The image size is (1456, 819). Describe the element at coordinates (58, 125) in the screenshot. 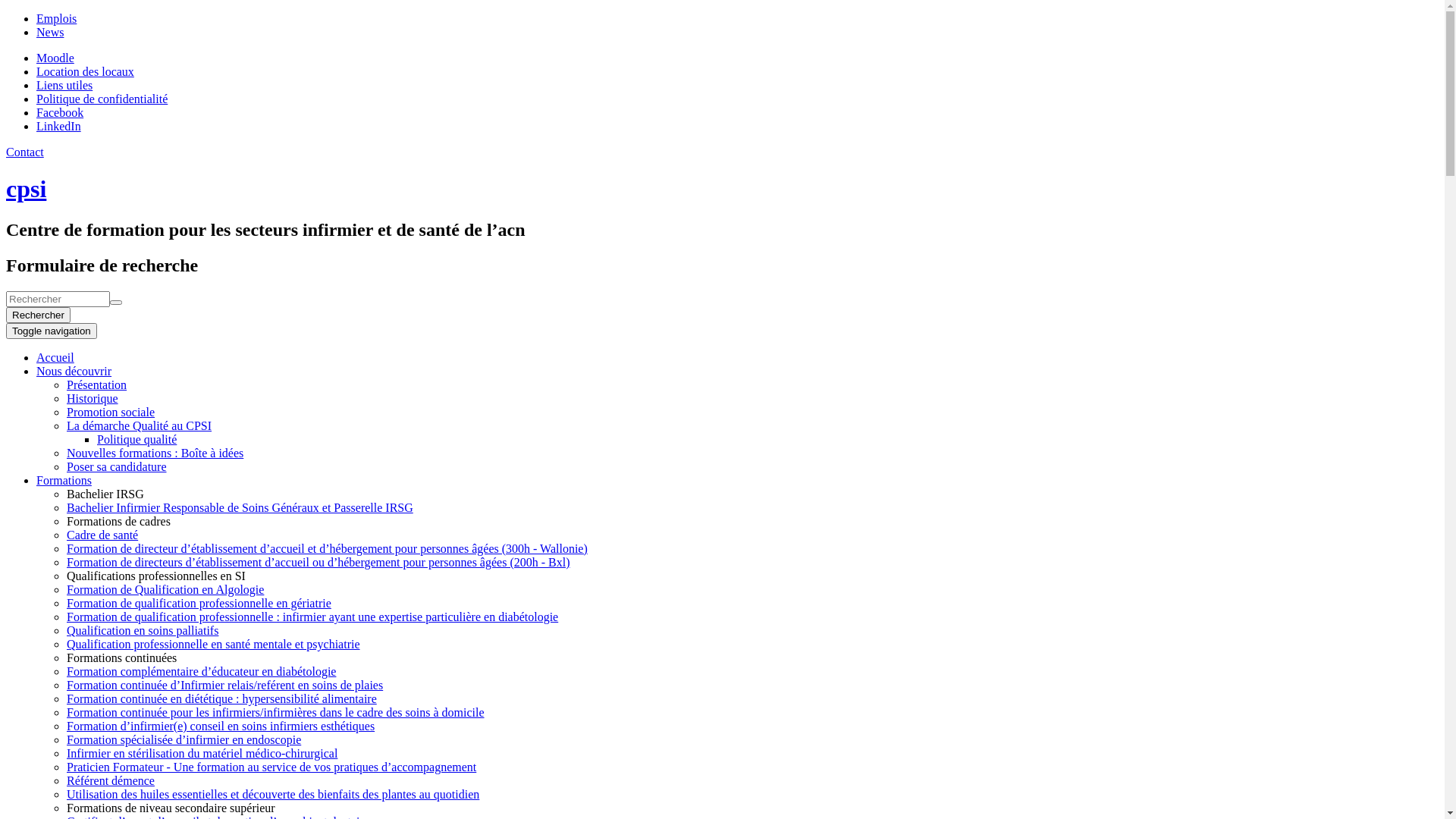

I see `'LinkedIn'` at that location.